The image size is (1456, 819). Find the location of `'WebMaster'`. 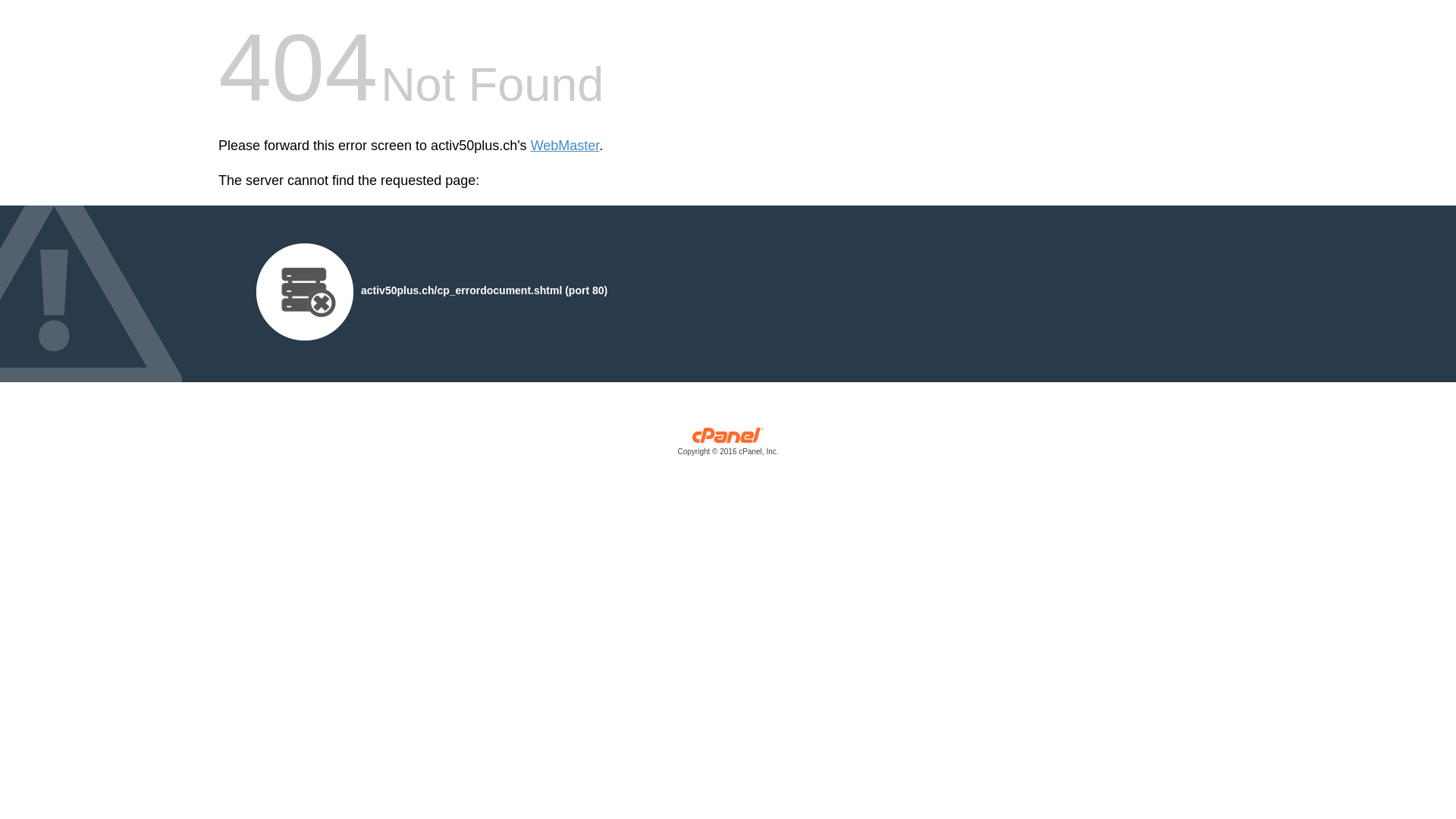

'WebMaster' is located at coordinates (564, 146).